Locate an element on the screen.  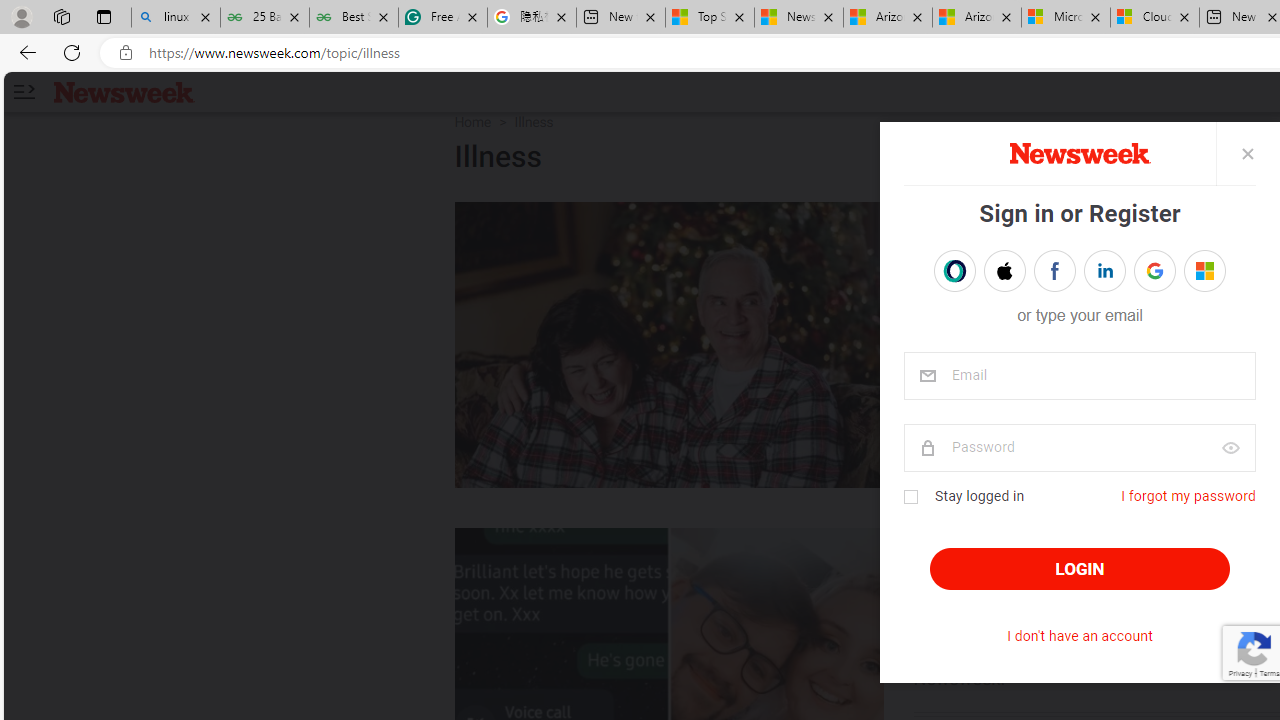
'25 Basic Linux Commands For Beginners - GeeksforGeeks' is located at coordinates (263, 17).